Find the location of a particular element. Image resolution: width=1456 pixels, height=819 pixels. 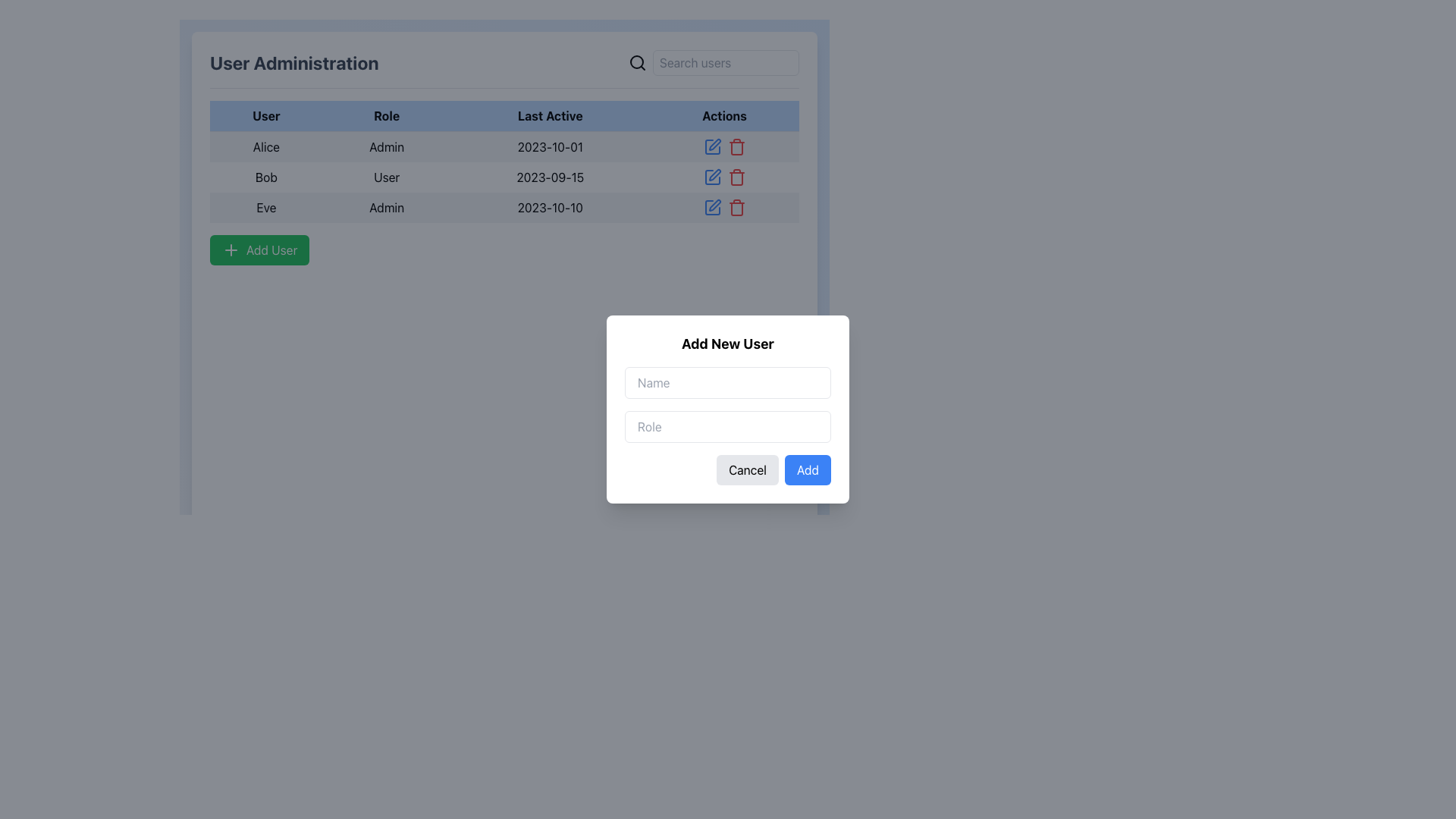

text label displaying '2023-09-15' in the 'Last Active' column of the User Administration section is located at coordinates (549, 177).